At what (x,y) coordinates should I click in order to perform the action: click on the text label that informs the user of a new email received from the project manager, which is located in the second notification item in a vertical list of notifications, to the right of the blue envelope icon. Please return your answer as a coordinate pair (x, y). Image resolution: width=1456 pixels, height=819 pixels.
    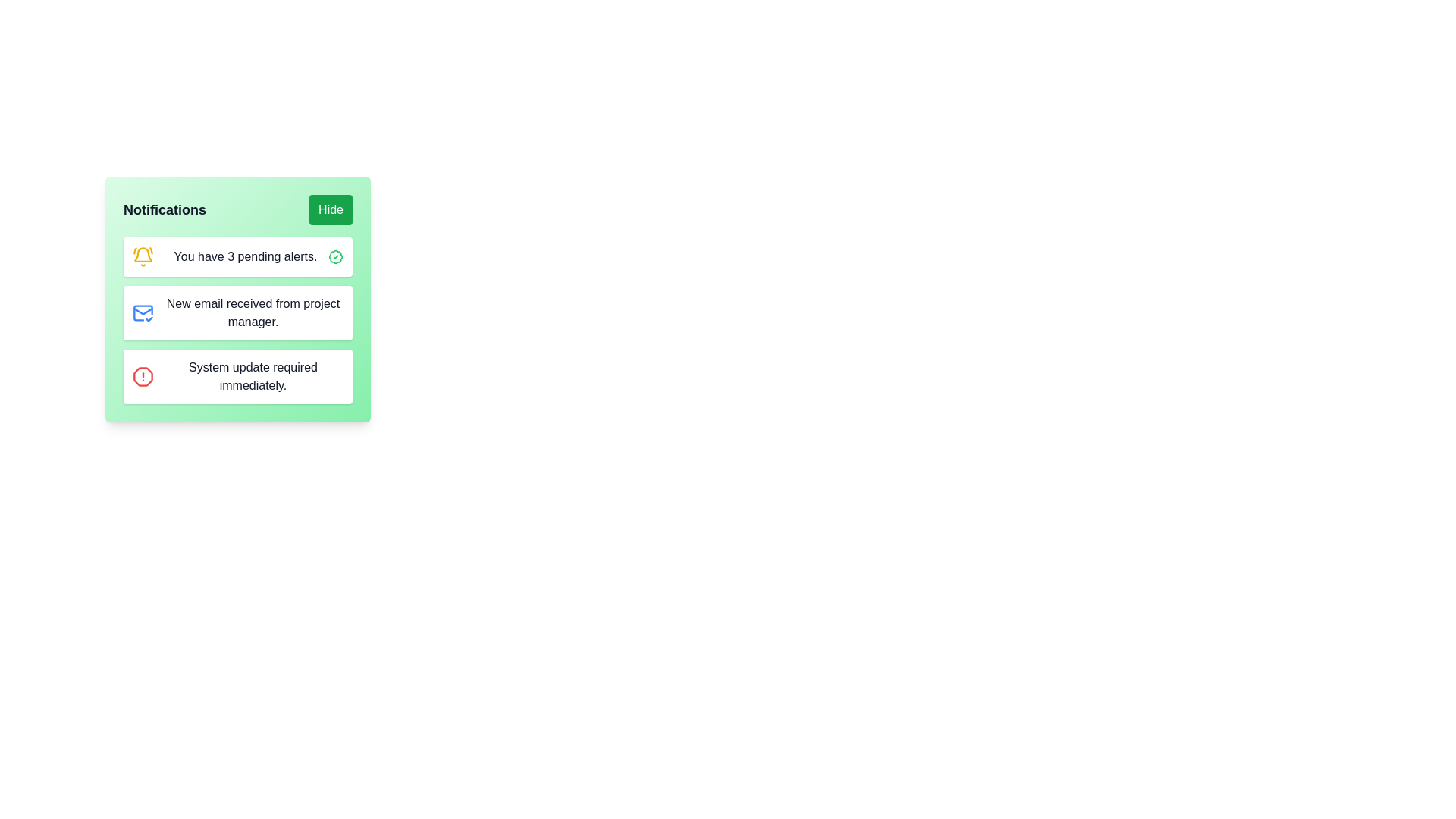
    Looking at the image, I should click on (253, 312).